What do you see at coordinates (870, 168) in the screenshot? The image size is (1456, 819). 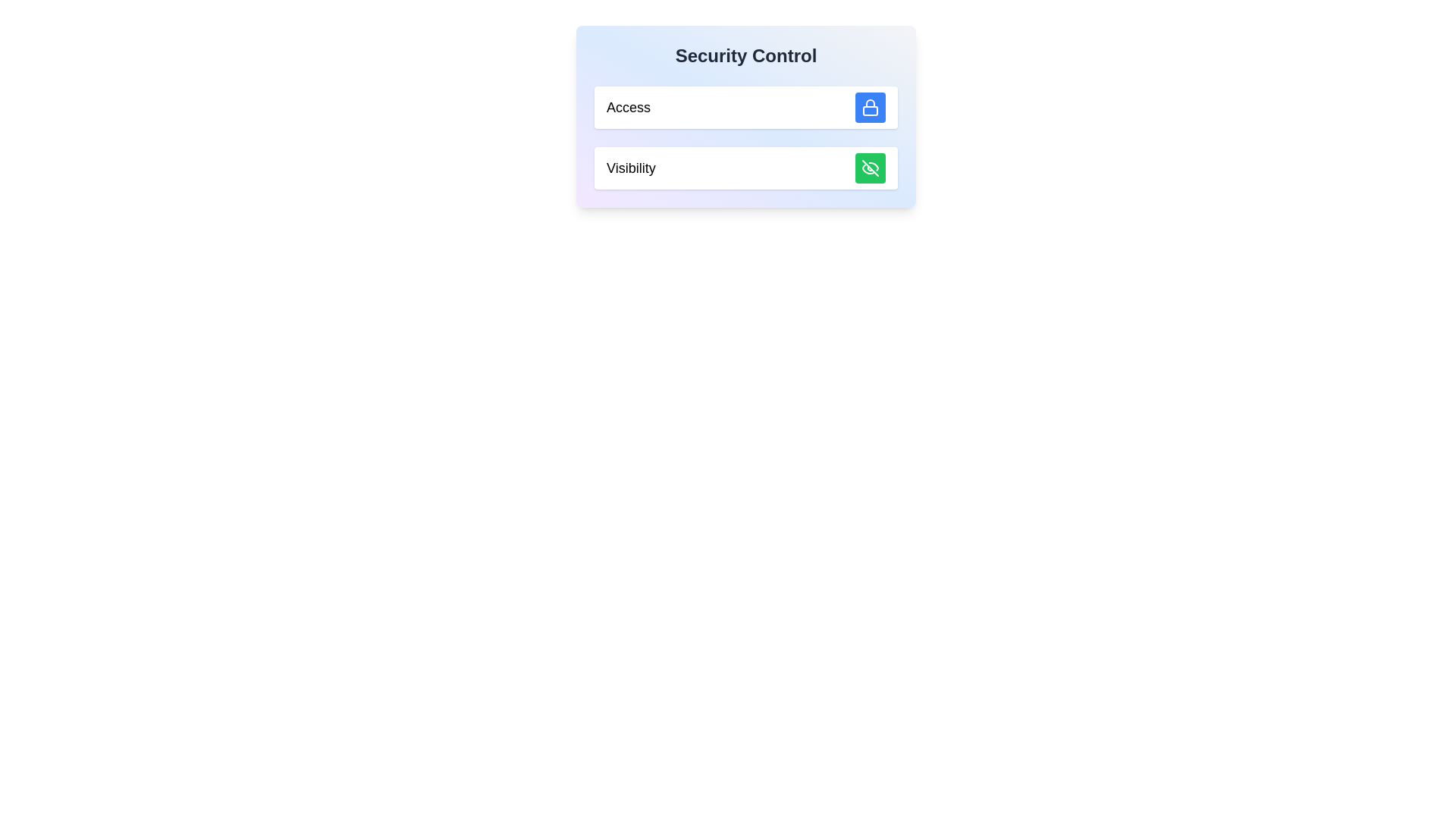 I see `the toggle button on the far right of the 'Visibility' section in the 'Security Control' panel` at bounding box center [870, 168].